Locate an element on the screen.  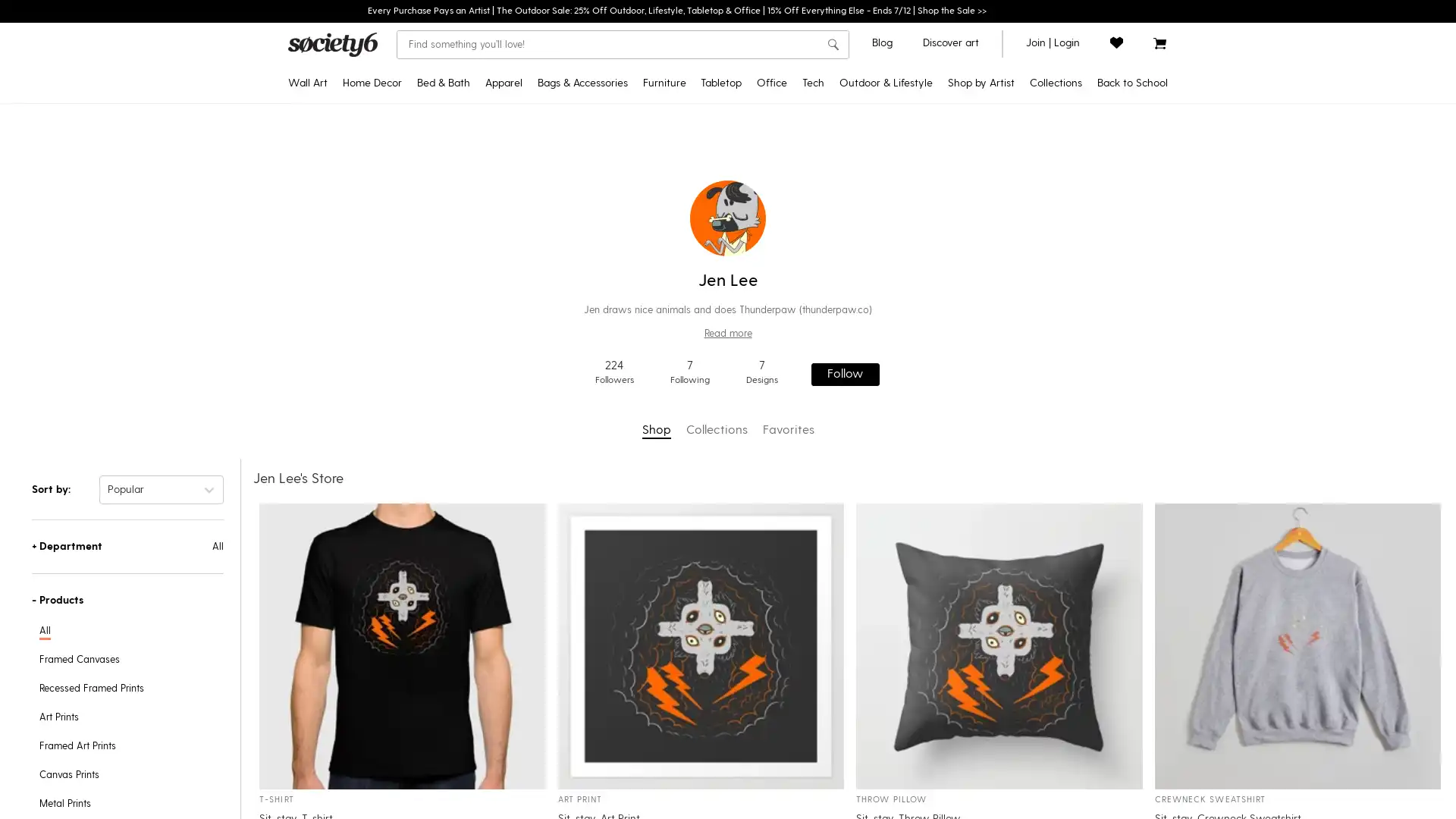
Counter Stools is located at coordinates (690, 194).